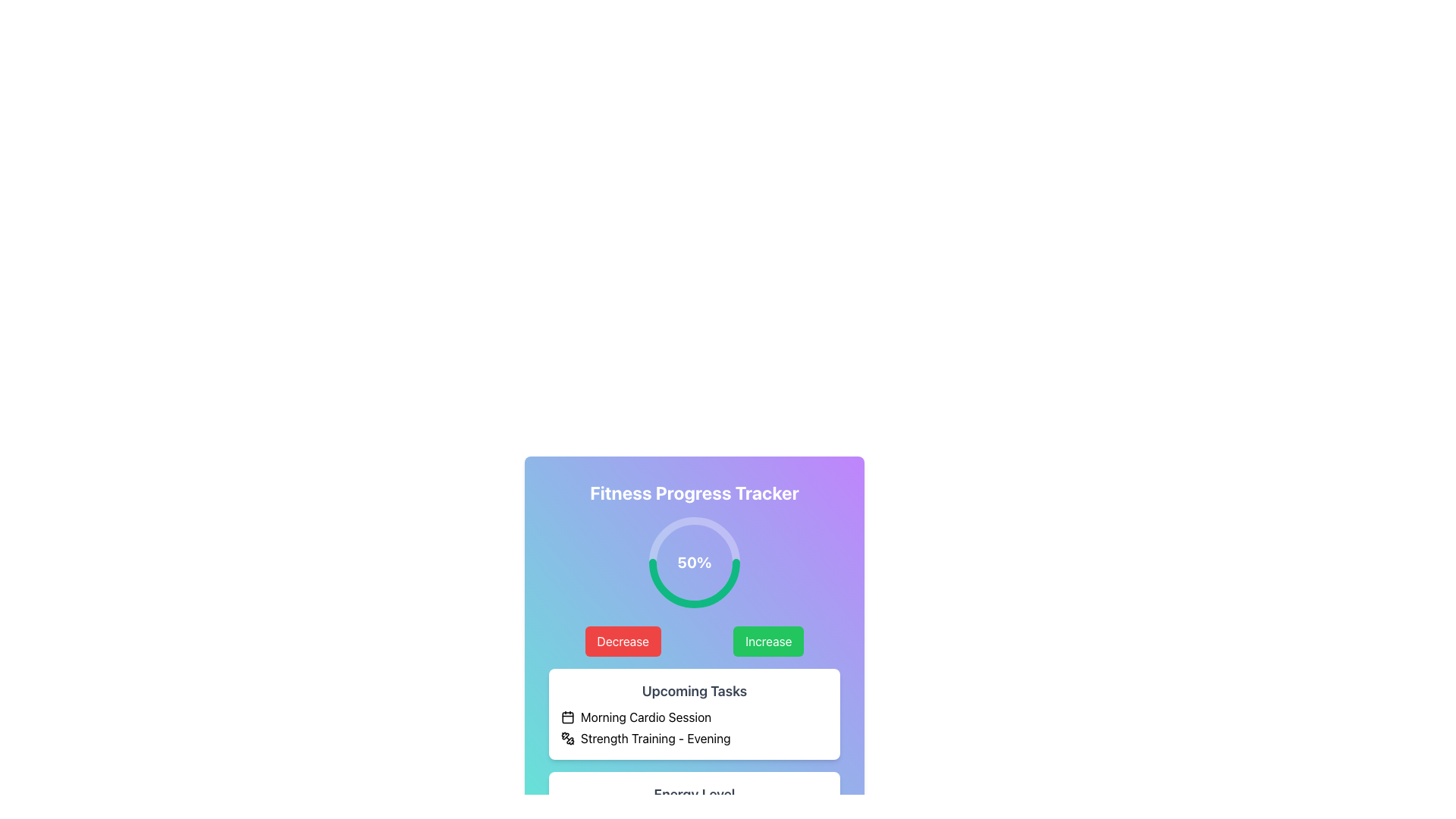  I want to click on the first static list item indicating 'Morning Cardio Session' under the 'Upcoming Tasks' section, so click(694, 717).